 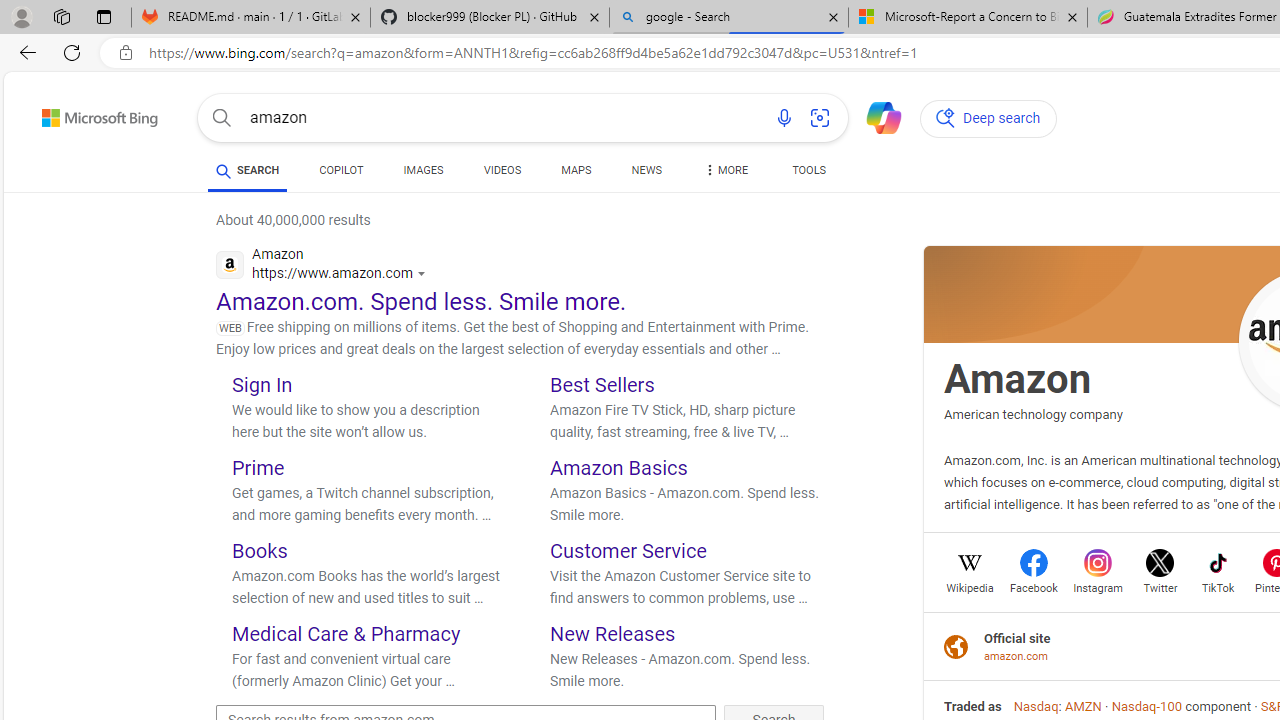 What do you see at coordinates (820, 118) in the screenshot?
I see `'Search using an image'` at bounding box center [820, 118].